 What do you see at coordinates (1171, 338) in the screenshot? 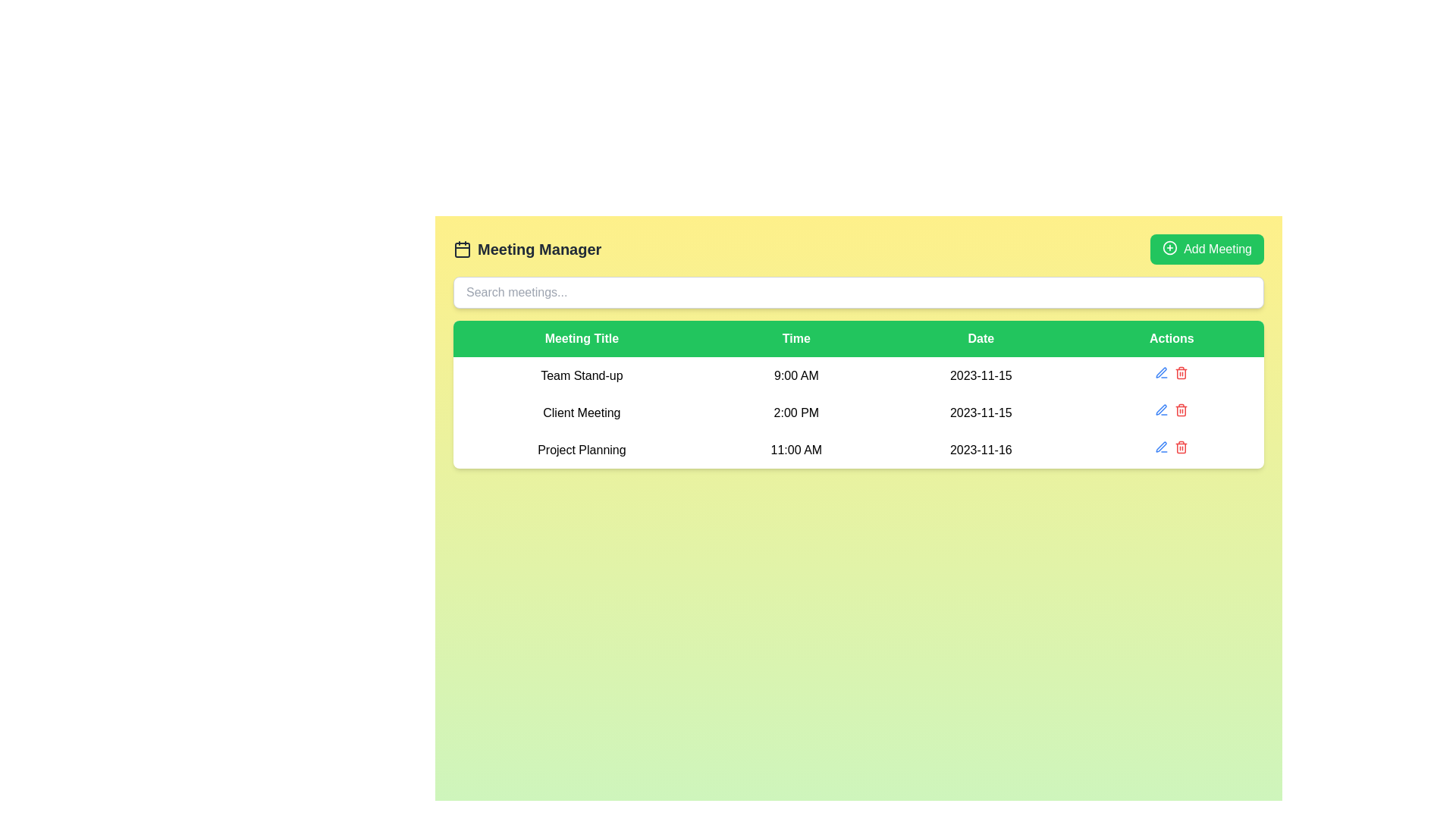
I see `the 'Actions' text label in the table header, which is styled with a green background and white text, located at the far-right side of the header row` at bounding box center [1171, 338].